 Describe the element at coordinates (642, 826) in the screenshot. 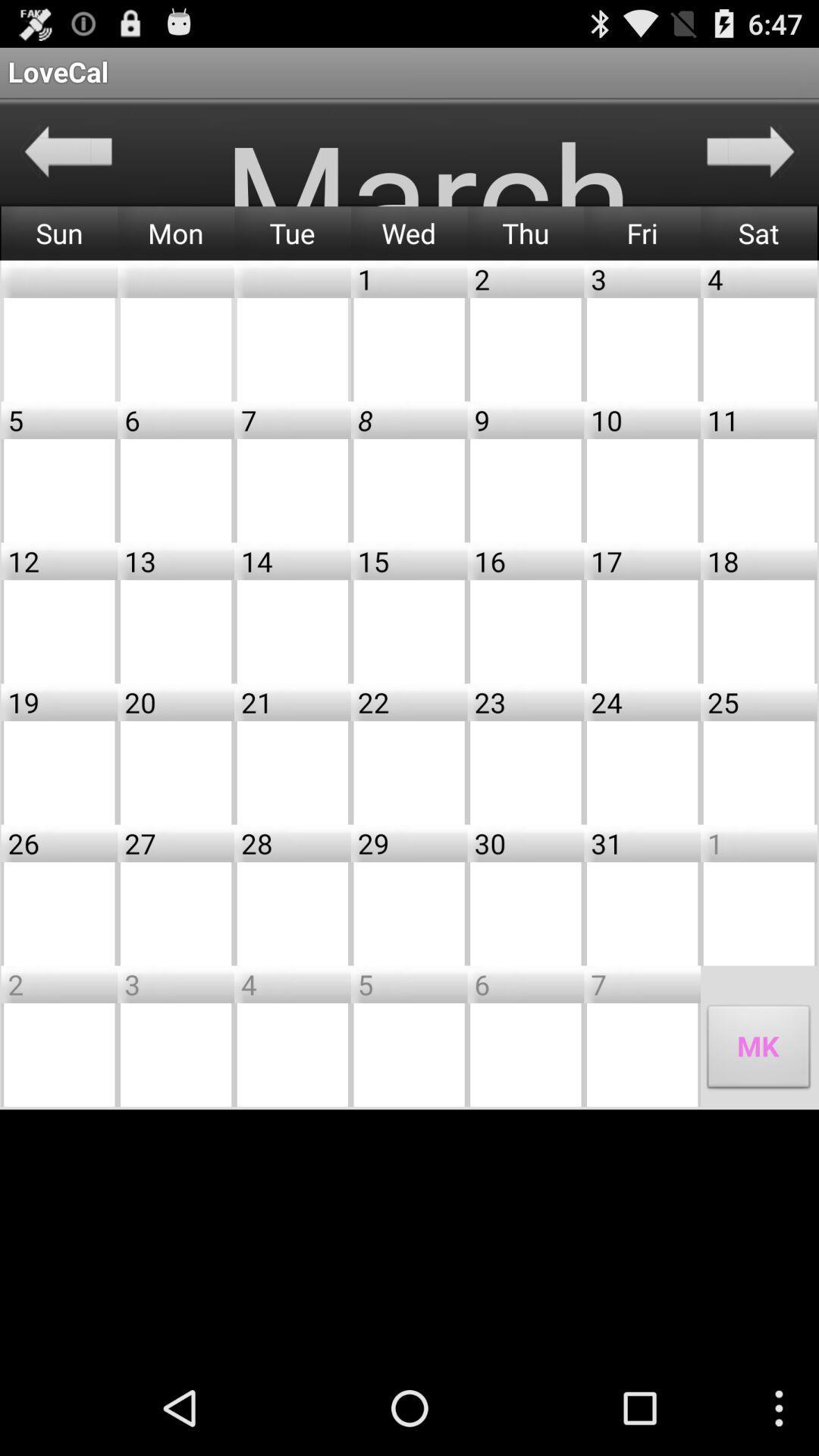

I see `the minus icon` at that location.